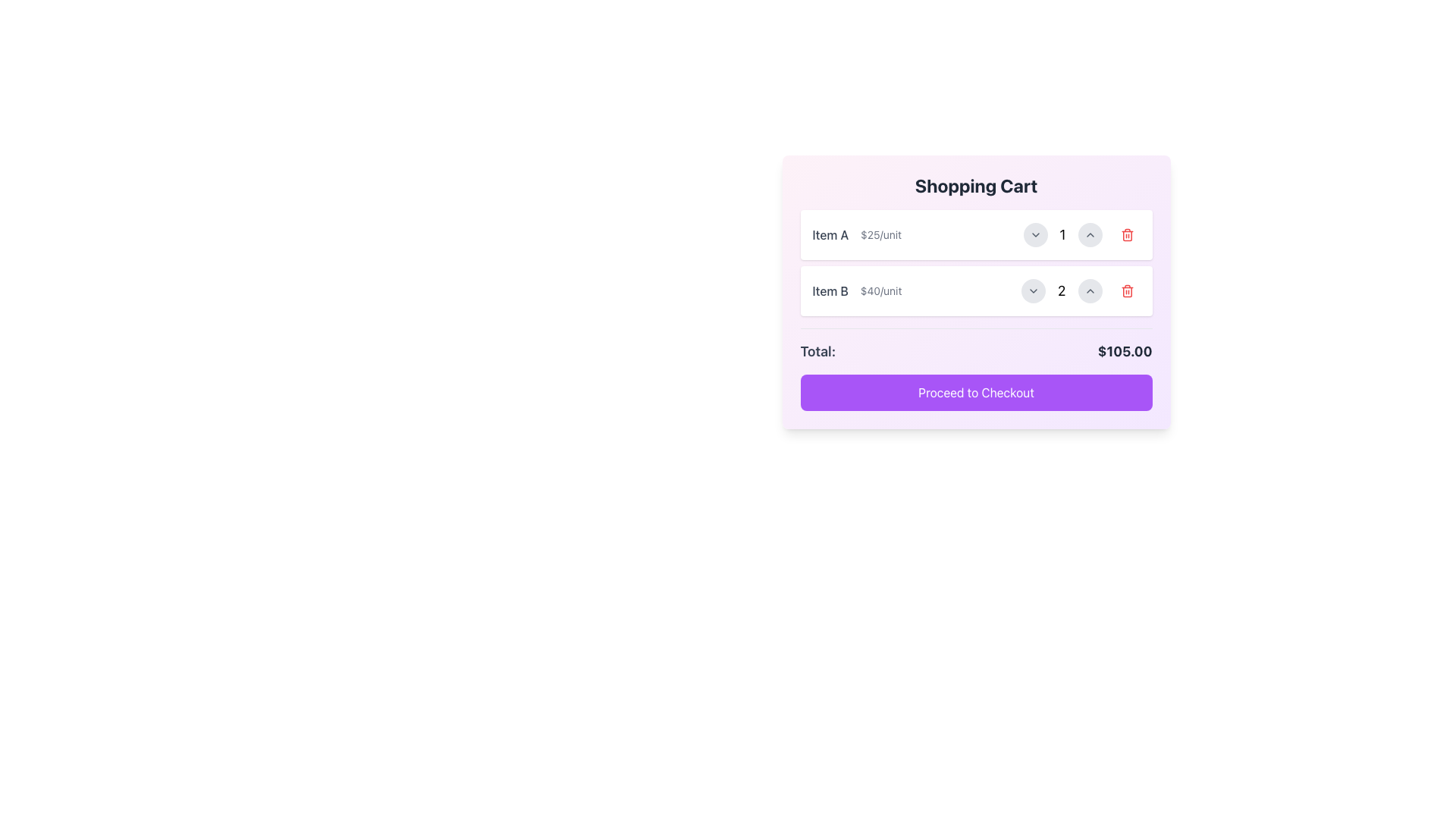 The height and width of the screenshot is (819, 1456). What do you see at coordinates (1080, 291) in the screenshot?
I see `the Text Display showing the current quantity of 'Item B'` at bounding box center [1080, 291].